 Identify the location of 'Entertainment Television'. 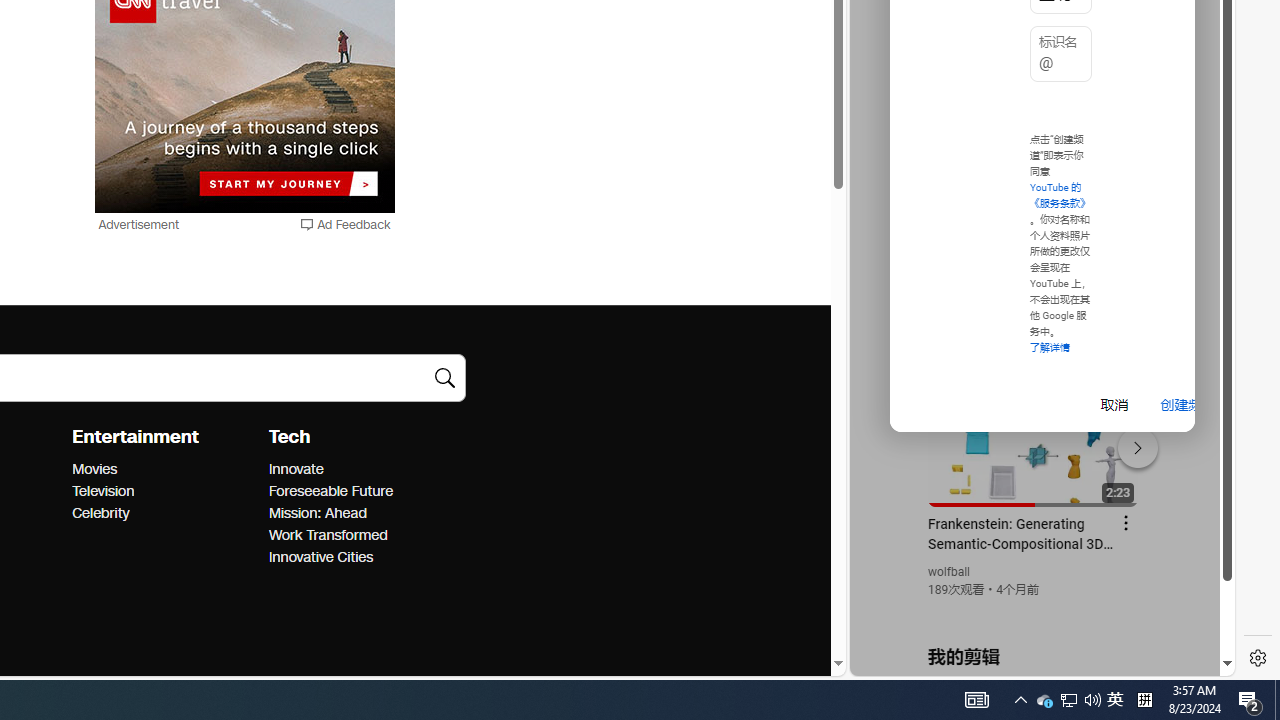
(102, 491).